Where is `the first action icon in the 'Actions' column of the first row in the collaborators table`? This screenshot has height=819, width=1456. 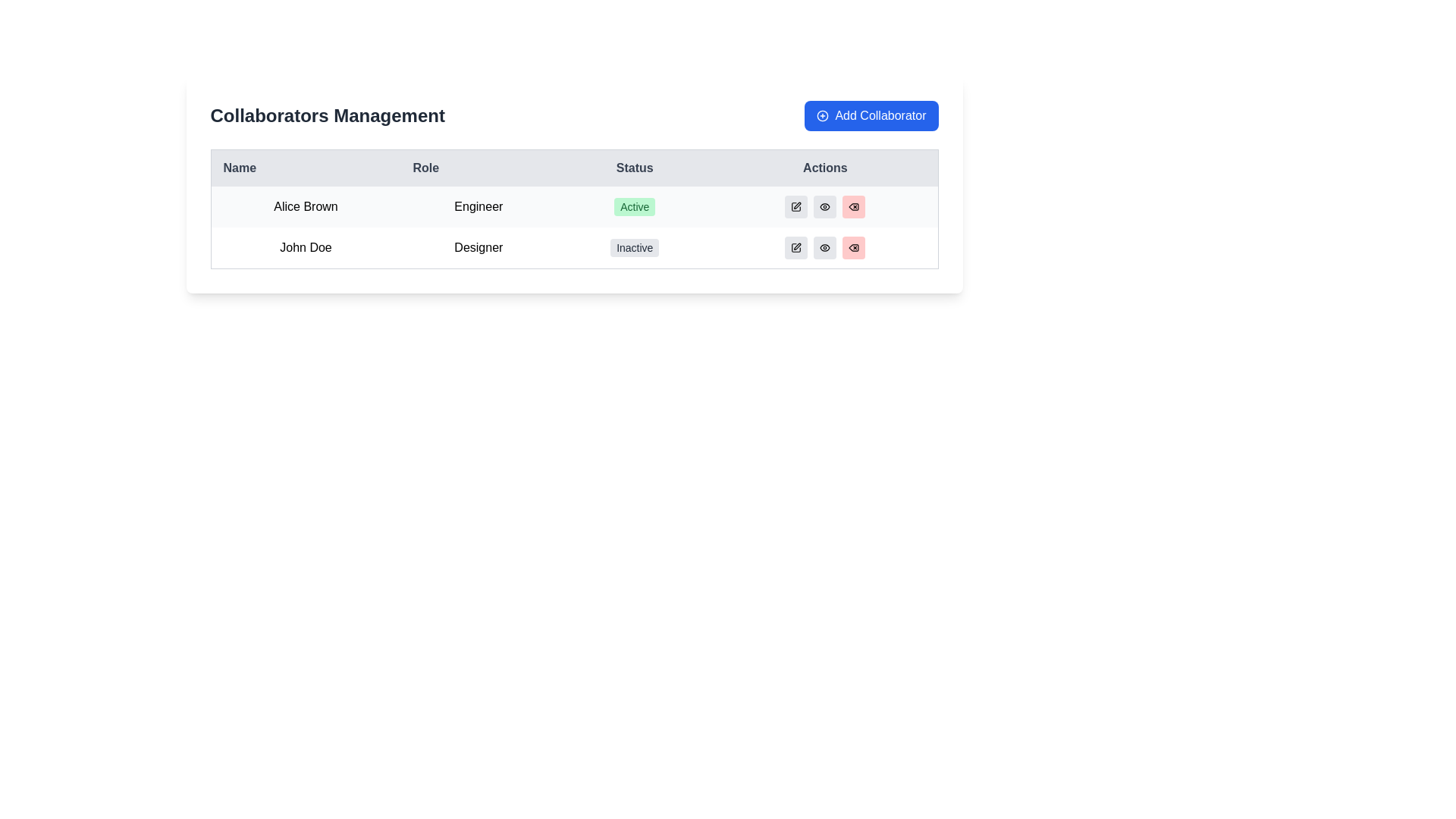
the first action icon in the 'Actions' column of the first row in the collaborators table is located at coordinates (795, 207).